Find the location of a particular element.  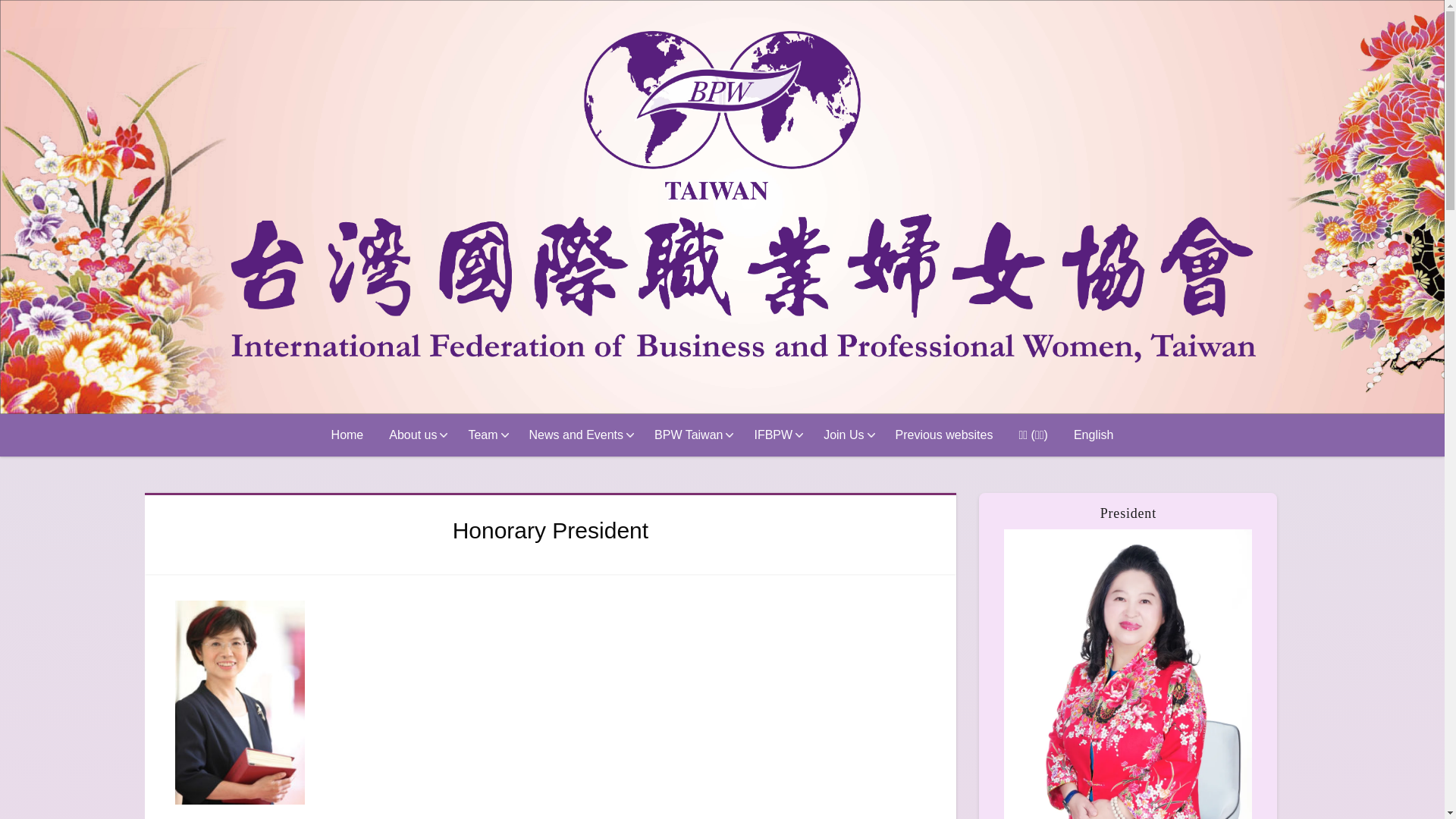

'Previous websites' is located at coordinates (943, 435).